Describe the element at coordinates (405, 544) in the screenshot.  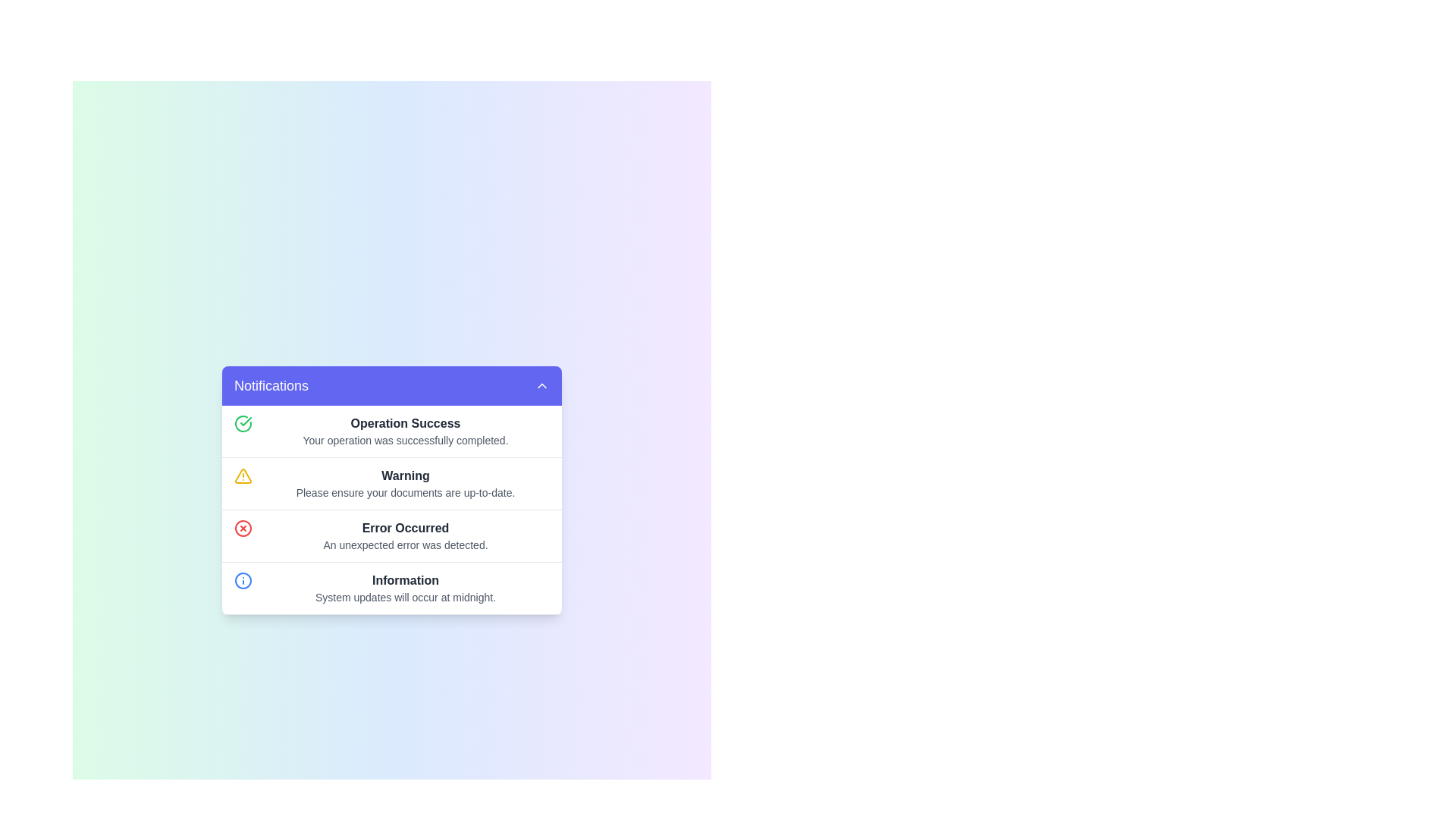
I see `the text label displaying 'An unexpected error was detected.' which is styled in a small, gray font and located below the bold heading 'Error Occurred' in the notification popup` at that location.